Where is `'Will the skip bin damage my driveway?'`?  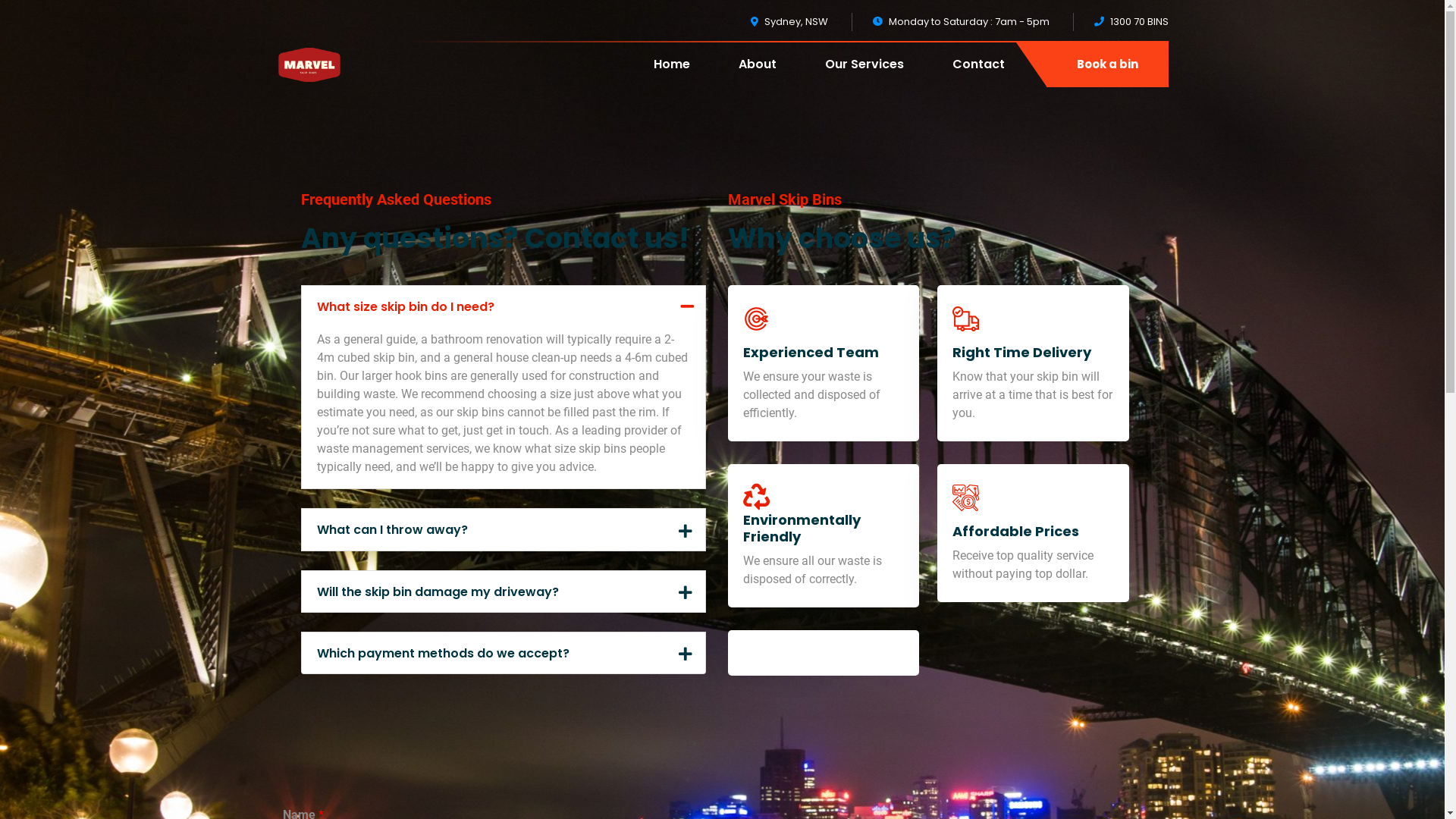
'Will the skip bin damage my driveway?' is located at coordinates (503, 590).